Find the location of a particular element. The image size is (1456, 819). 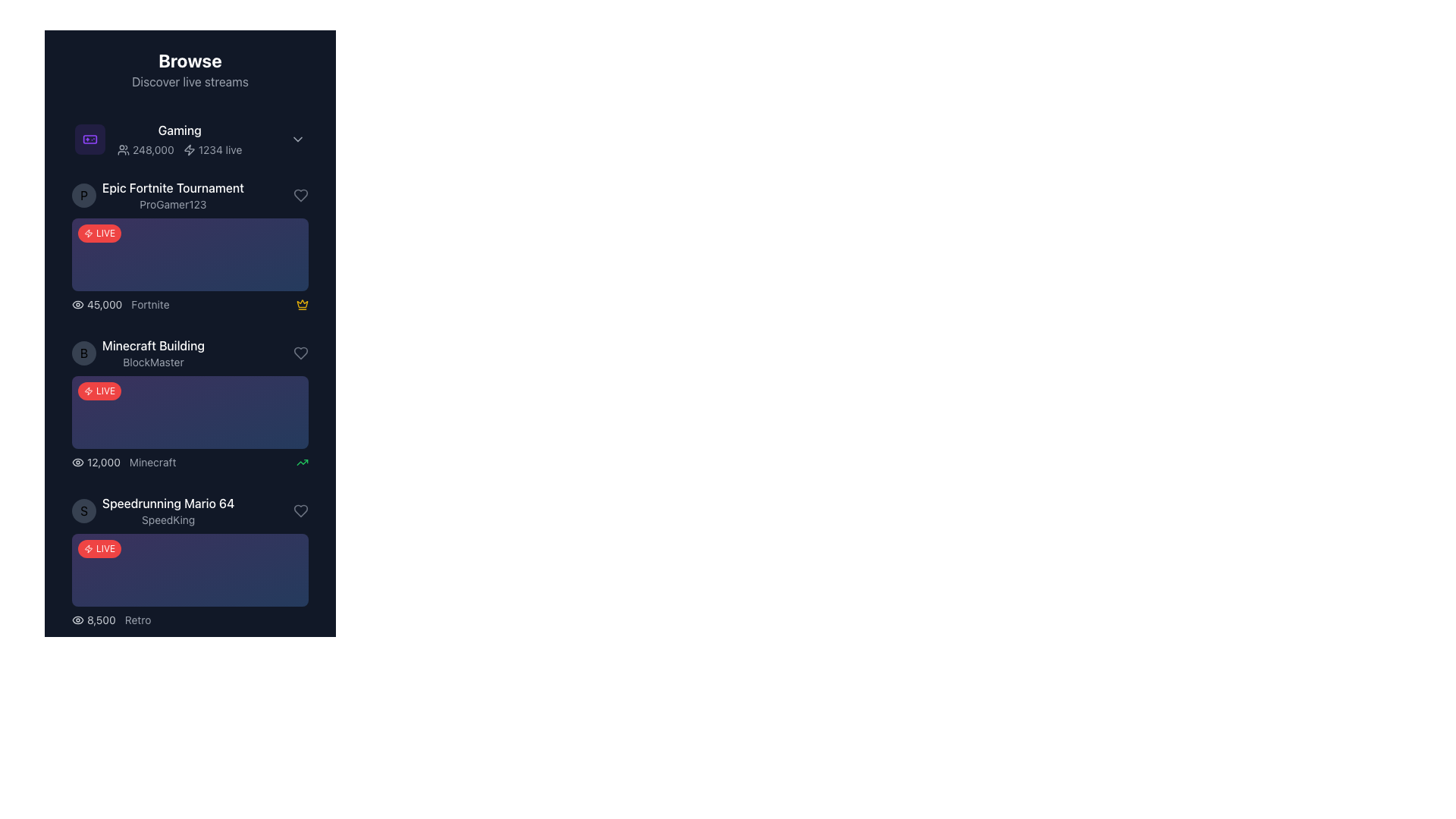

the Icon or Avatar Badge that serves as a visual identifier for the associated text labels, positioned as the leftmost component in the list of live streams is located at coordinates (83, 511).